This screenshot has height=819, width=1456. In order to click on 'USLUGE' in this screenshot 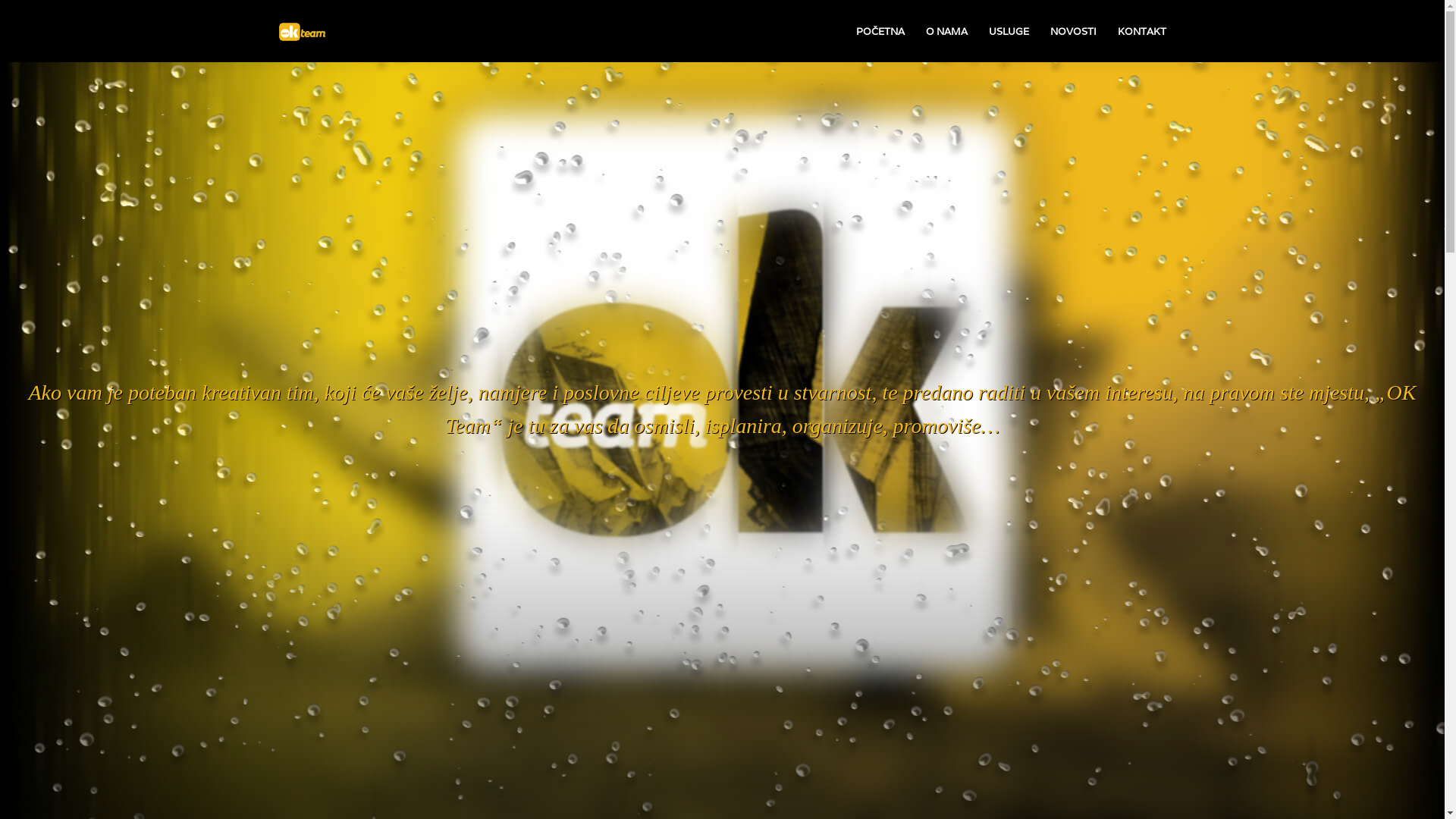, I will do `click(1009, 31)`.